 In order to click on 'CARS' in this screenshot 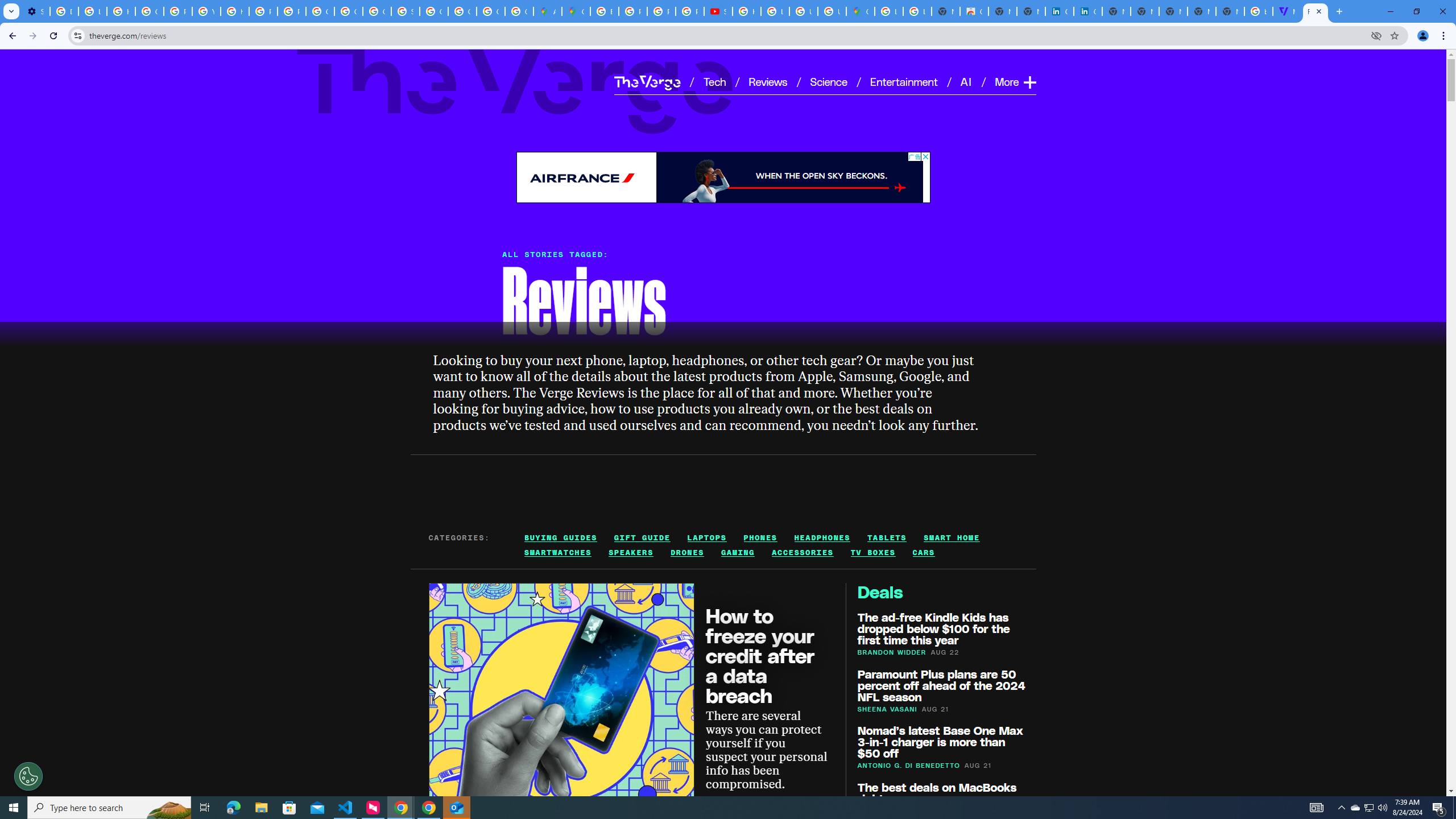, I will do `click(923, 553)`.